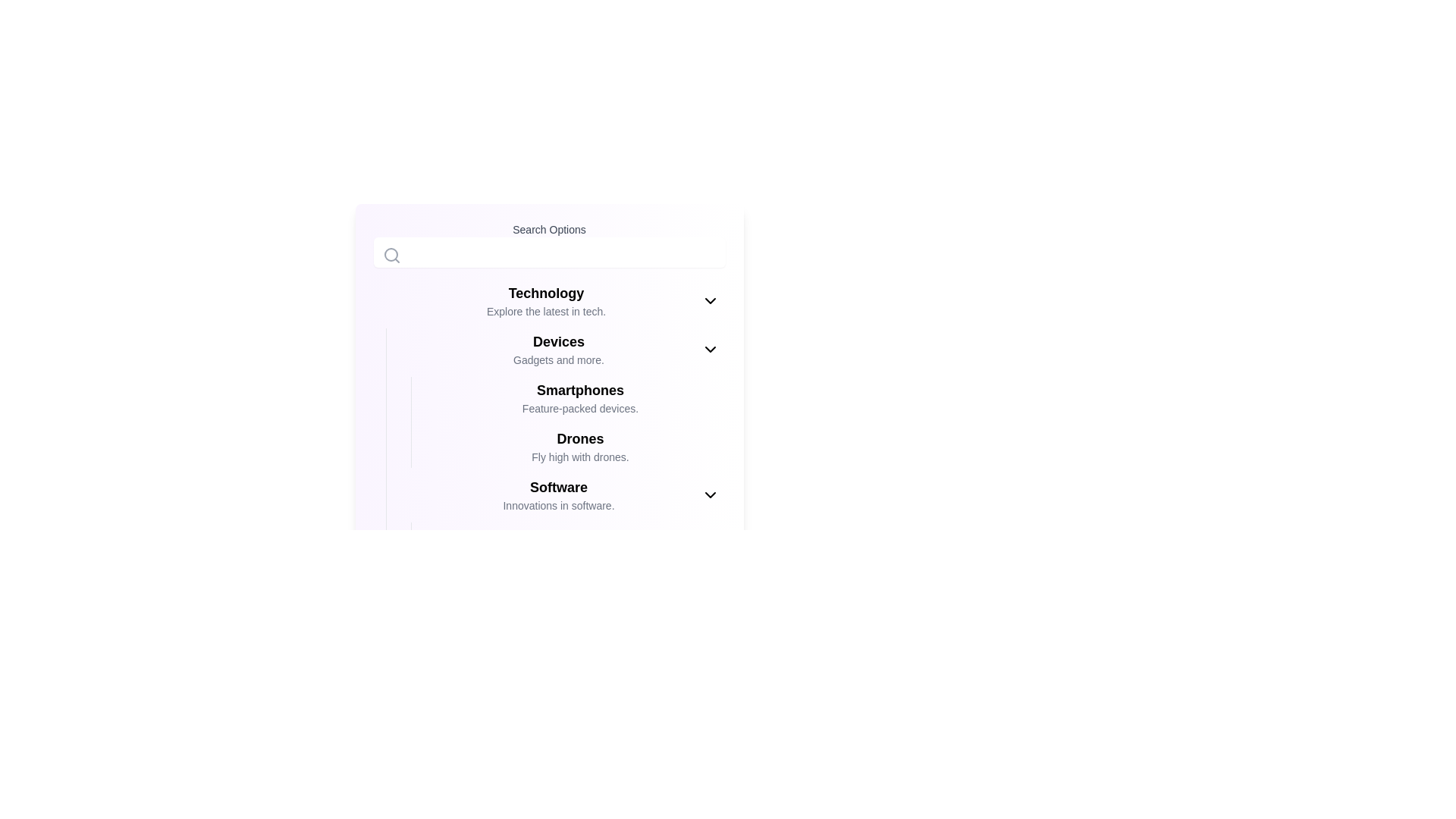 The height and width of the screenshot is (819, 1456). What do you see at coordinates (709, 350) in the screenshot?
I see `the downward-pointing chevron icon located to the right of the 'Devices' section` at bounding box center [709, 350].